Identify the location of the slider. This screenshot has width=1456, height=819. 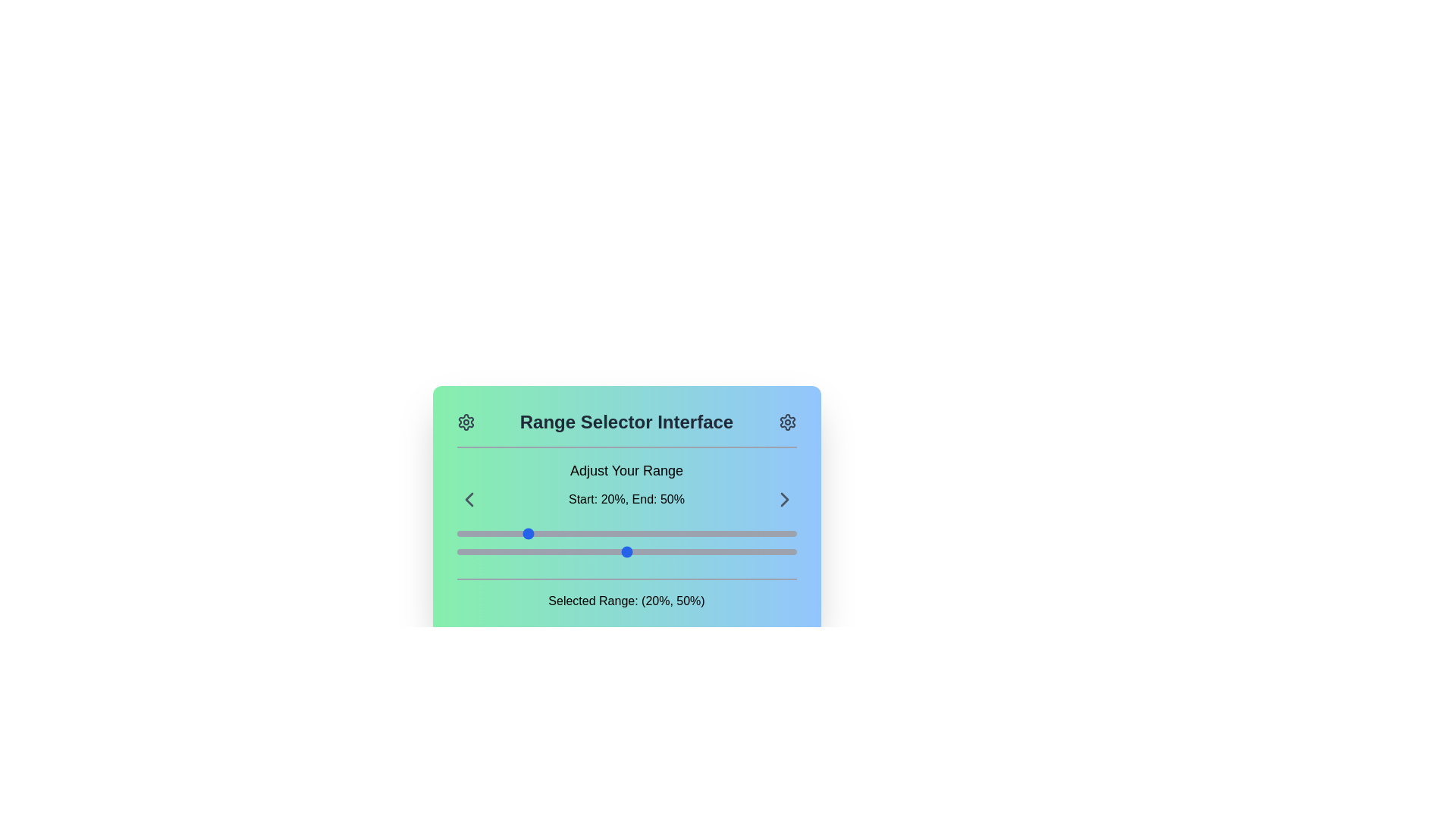
(557, 533).